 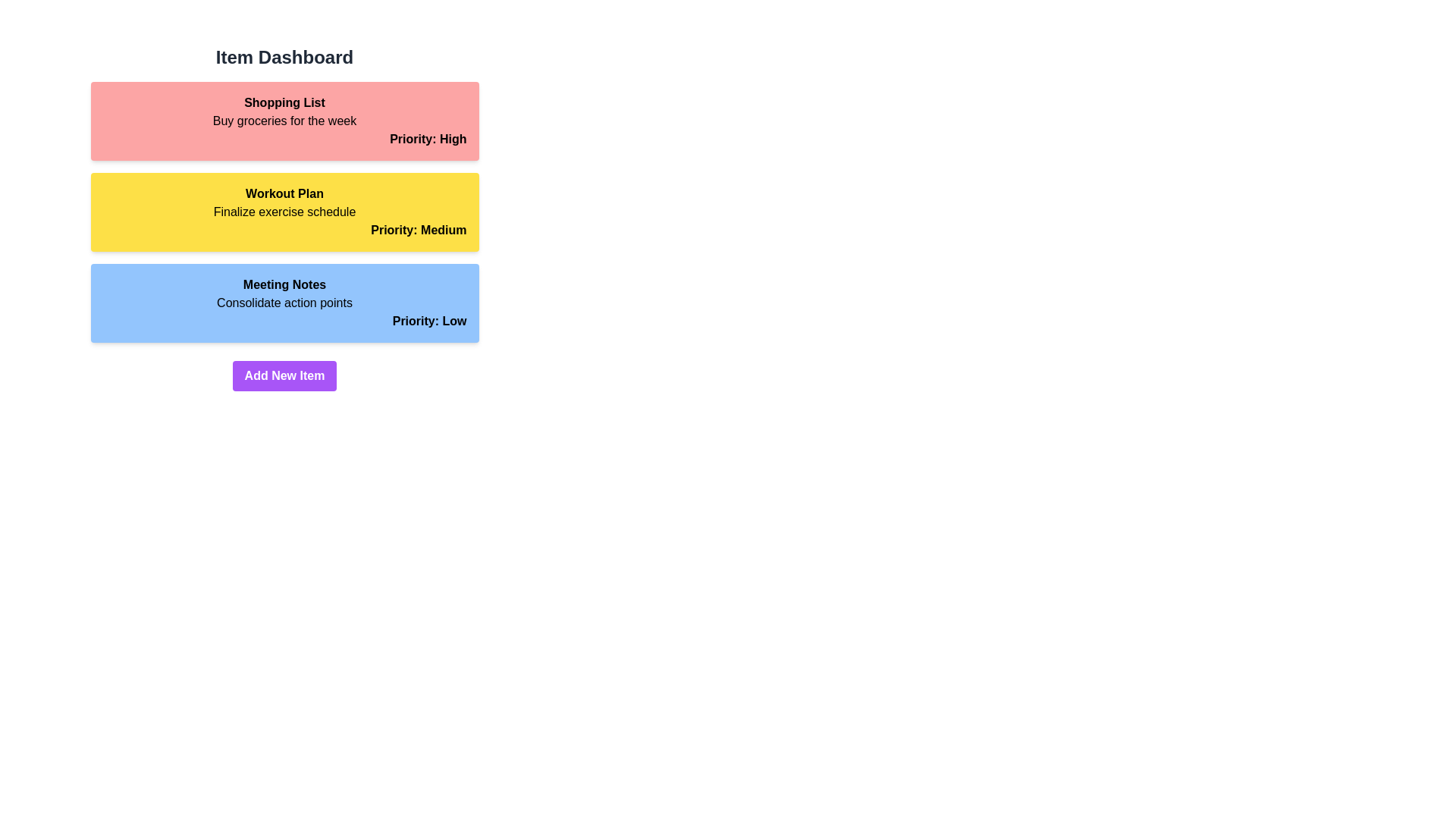 I want to click on 'Add New Item' button to append a new item to the list, so click(x=284, y=375).